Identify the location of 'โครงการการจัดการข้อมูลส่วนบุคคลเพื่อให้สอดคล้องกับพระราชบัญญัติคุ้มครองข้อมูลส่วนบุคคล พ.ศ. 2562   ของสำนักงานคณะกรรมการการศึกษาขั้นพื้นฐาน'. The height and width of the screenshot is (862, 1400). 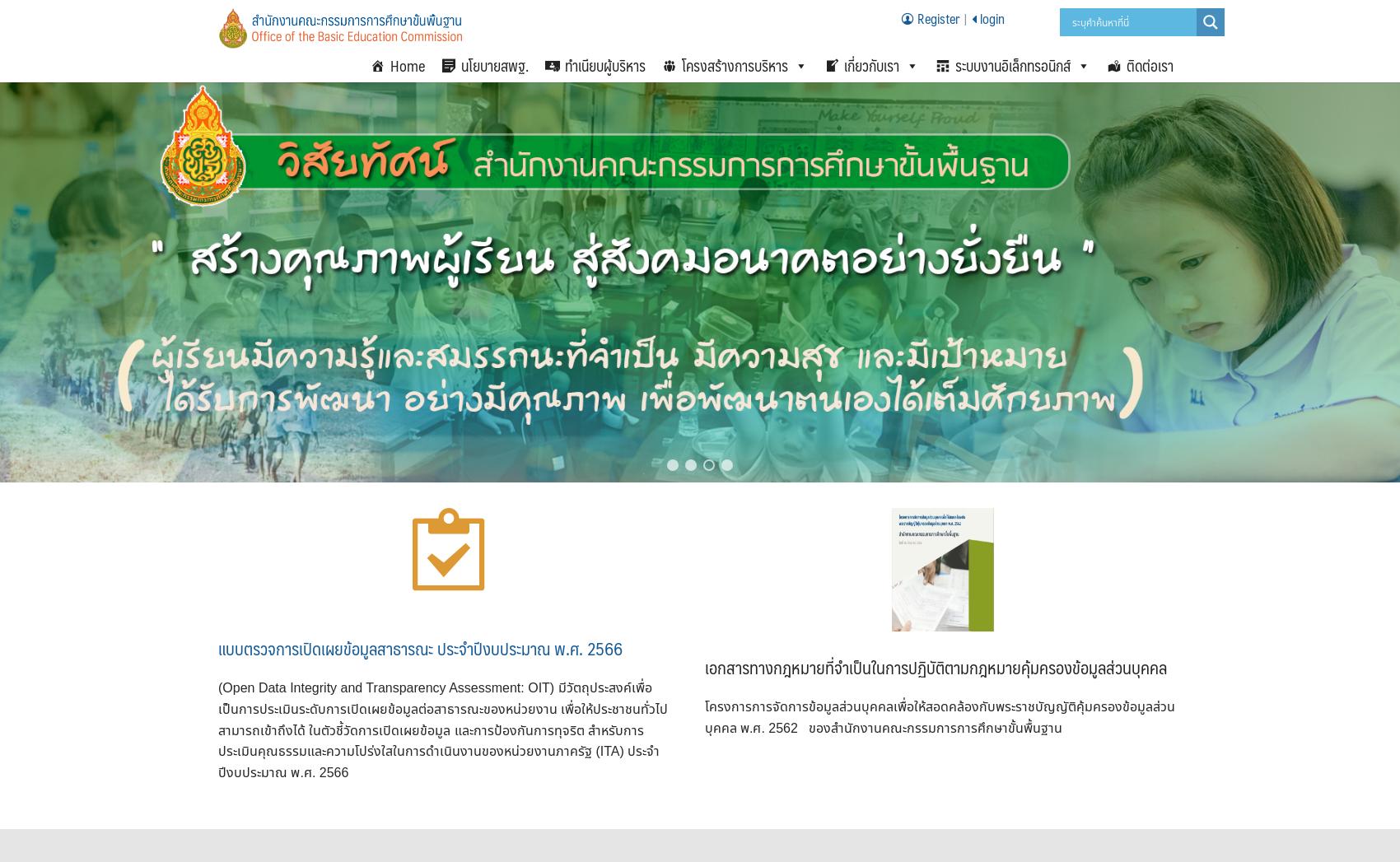
(939, 715).